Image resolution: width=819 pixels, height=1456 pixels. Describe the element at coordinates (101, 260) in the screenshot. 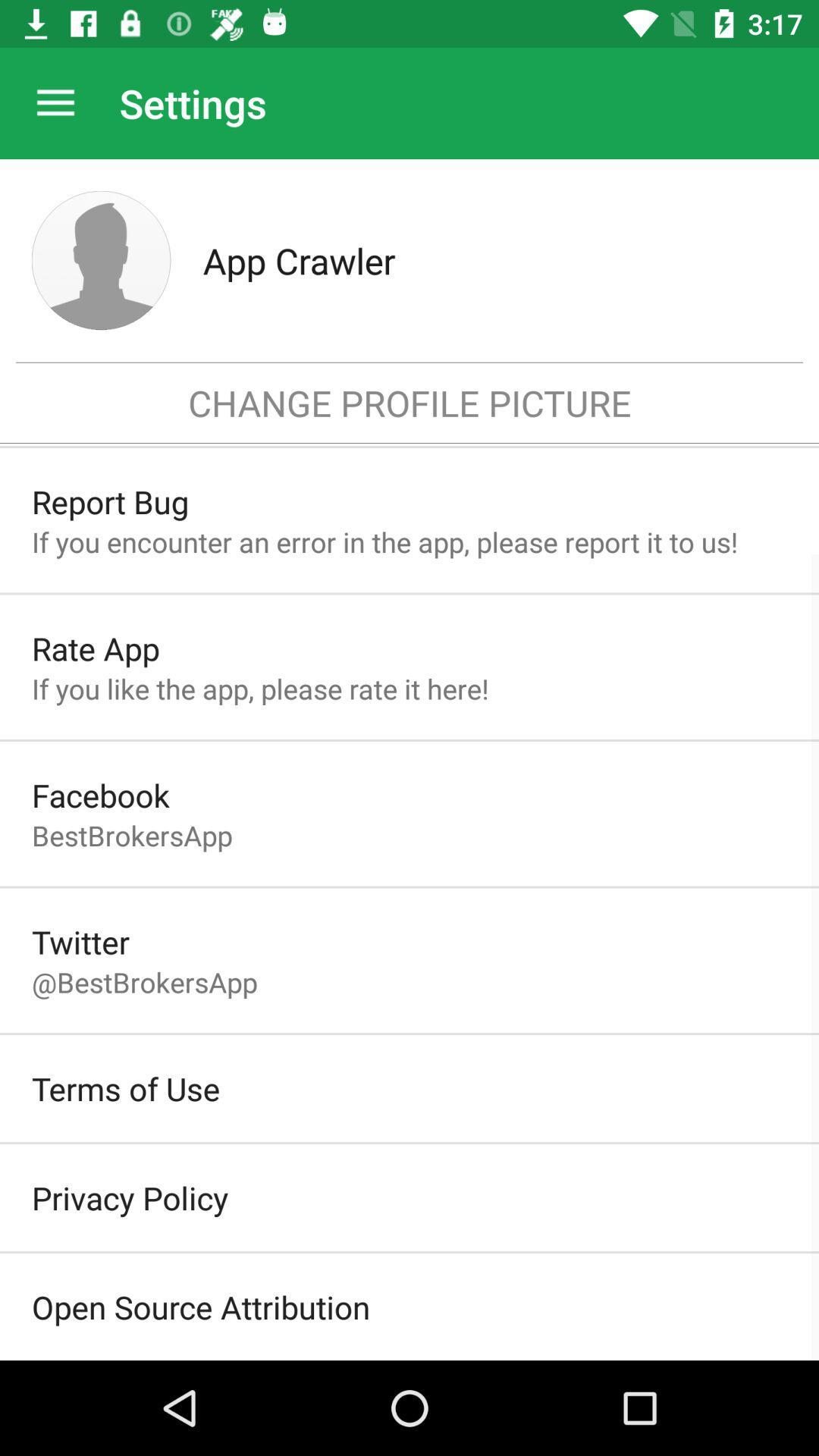

I see `change profile picture one of two buttons` at that location.